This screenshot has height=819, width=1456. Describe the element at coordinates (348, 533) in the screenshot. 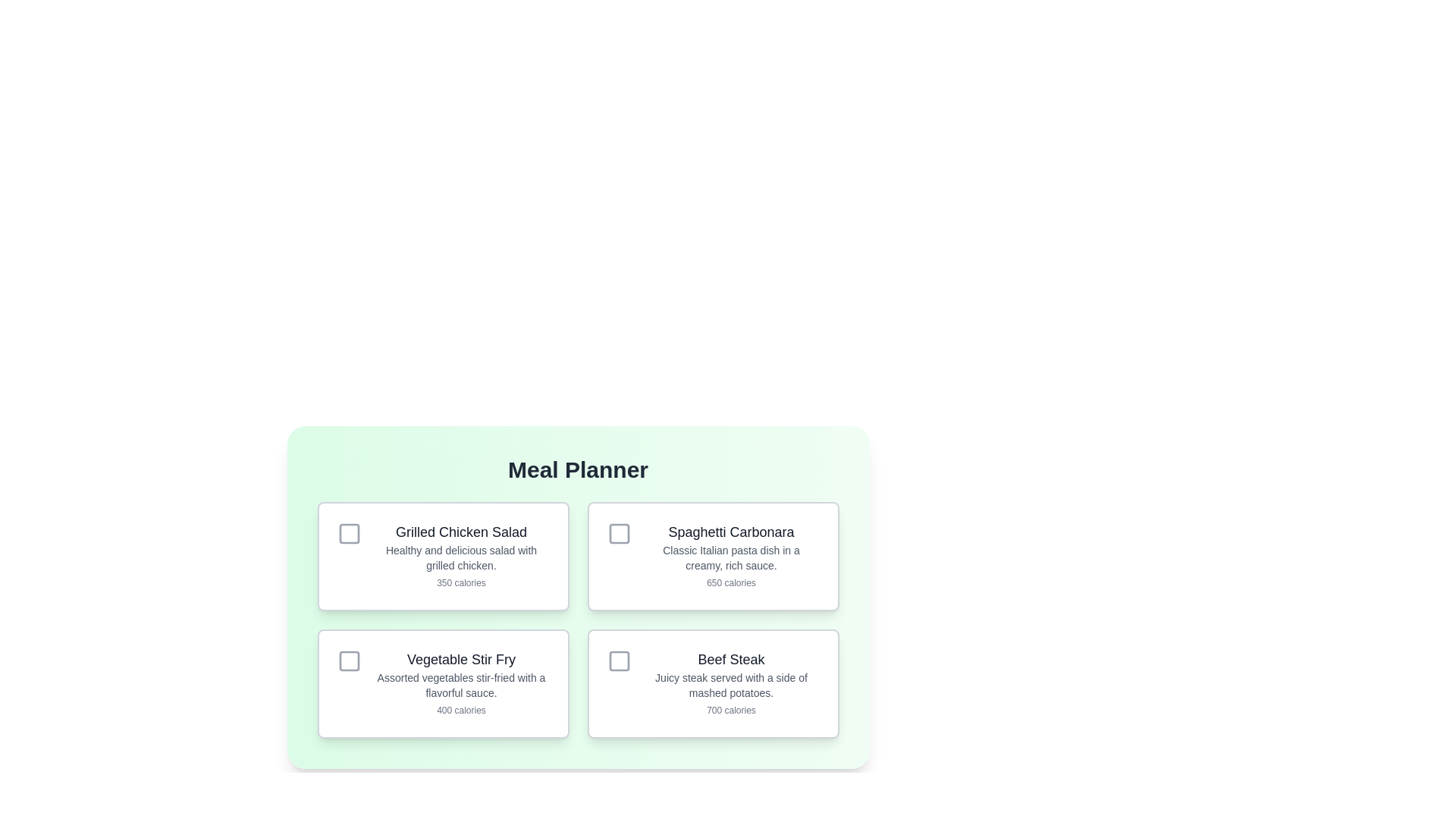

I see `the interactive checkbox component located in the top-left corner of the grid, adjacent to the text 'Grilled Chicken Salad'` at that location.